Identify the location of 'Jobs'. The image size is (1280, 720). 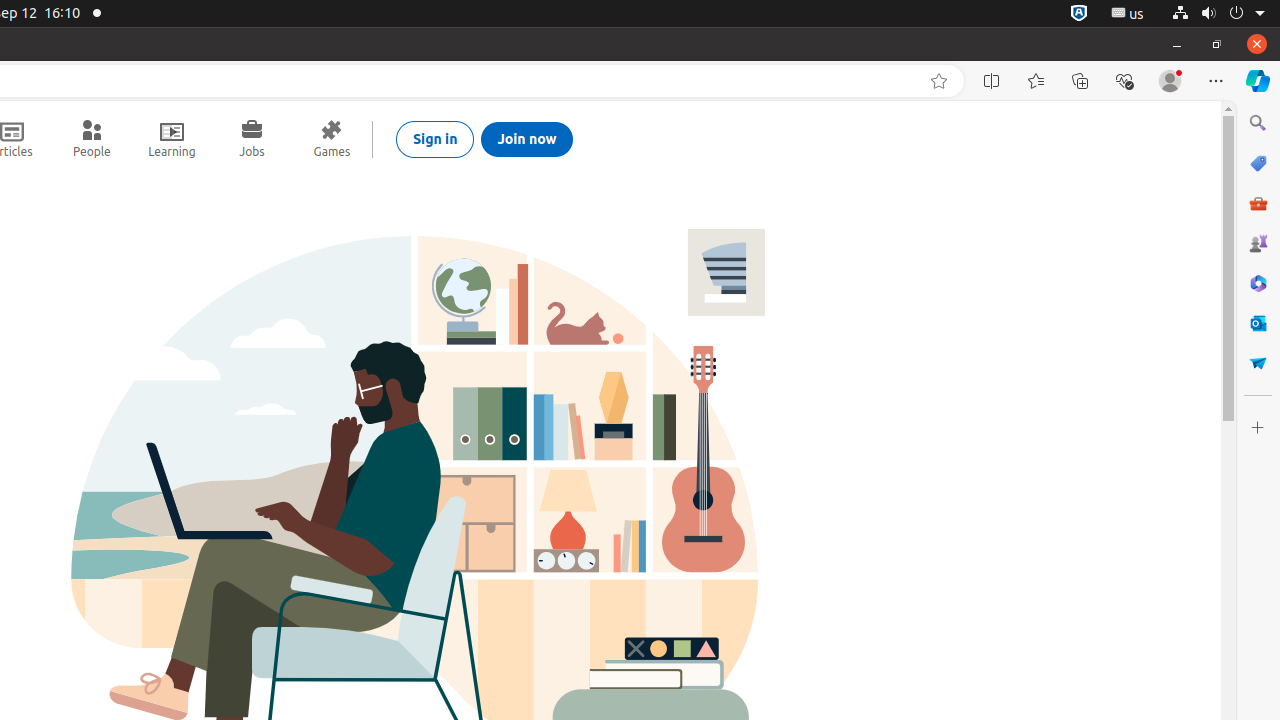
(250, 138).